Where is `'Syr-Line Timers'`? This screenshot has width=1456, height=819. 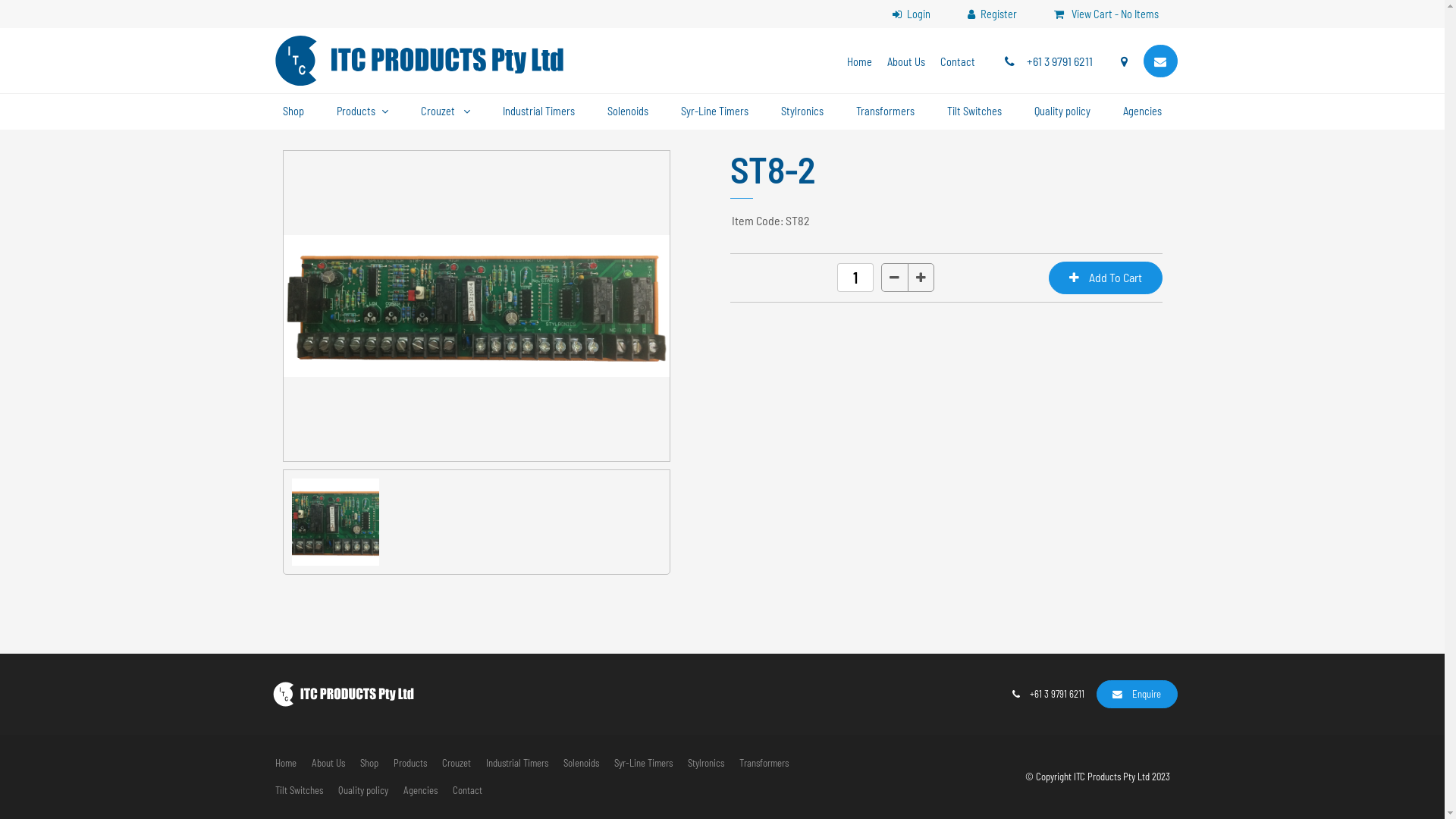 'Syr-Line Timers' is located at coordinates (643, 763).